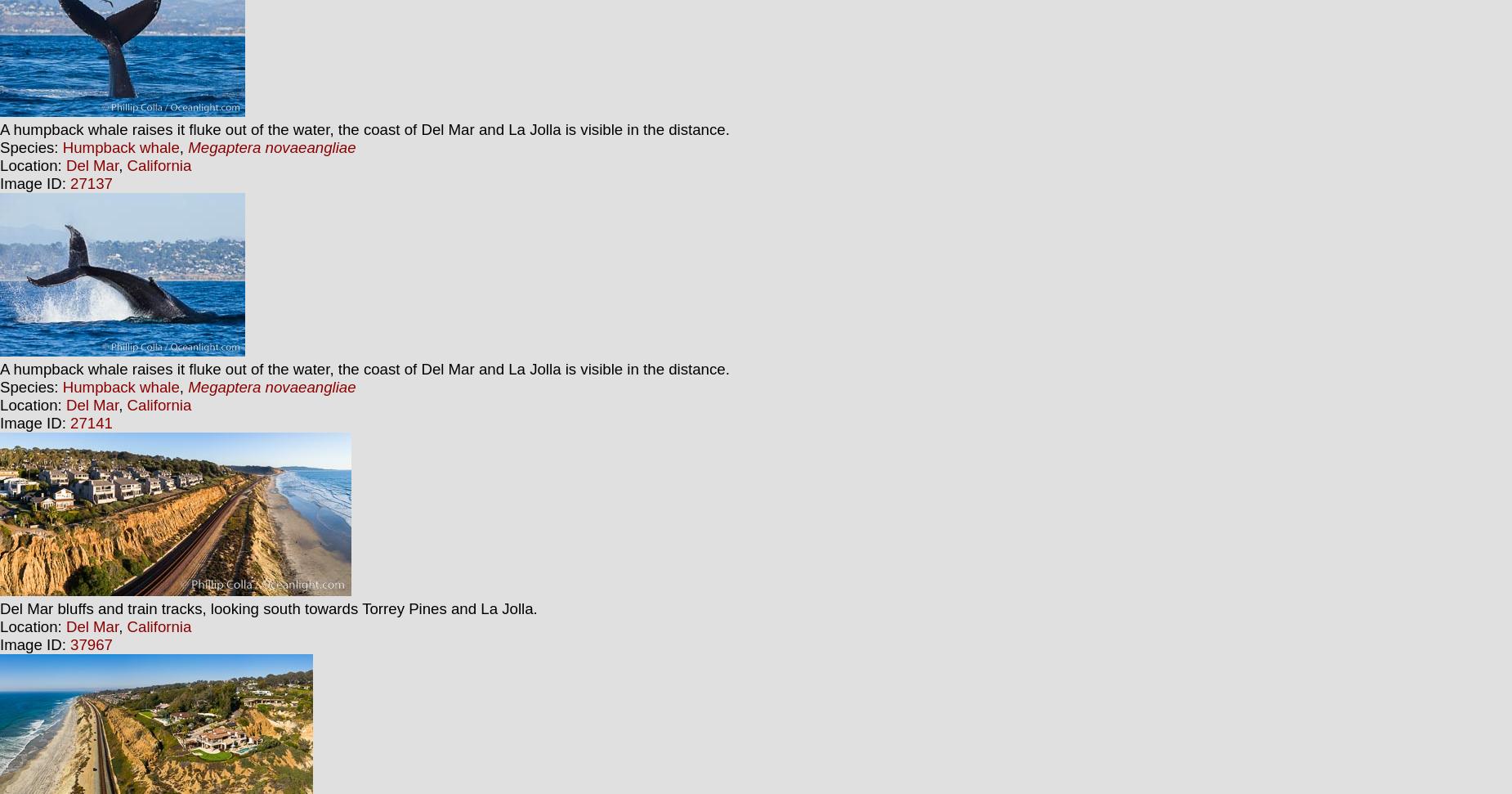 This screenshot has height=794, width=1512. Describe the element at coordinates (267, 608) in the screenshot. I see `'Del Mar bluffs and train tracks, looking south towards Torrey Pines and La Jolla.'` at that location.